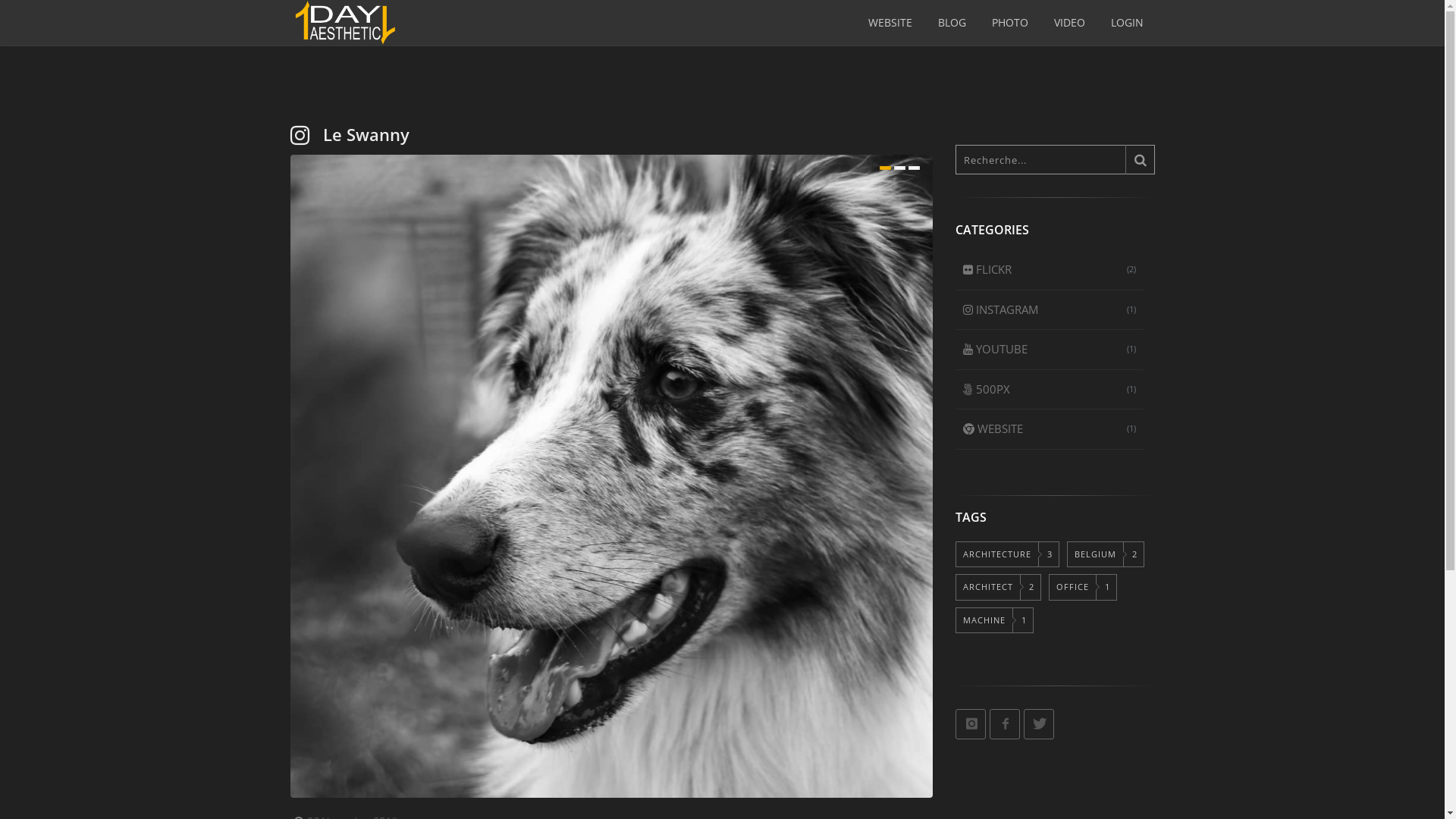 This screenshot has height=819, width=1456. What do you see at coordinates (994, 620) in the screenshot?
I see `'MACHINE` at bounding box center [994, 620].